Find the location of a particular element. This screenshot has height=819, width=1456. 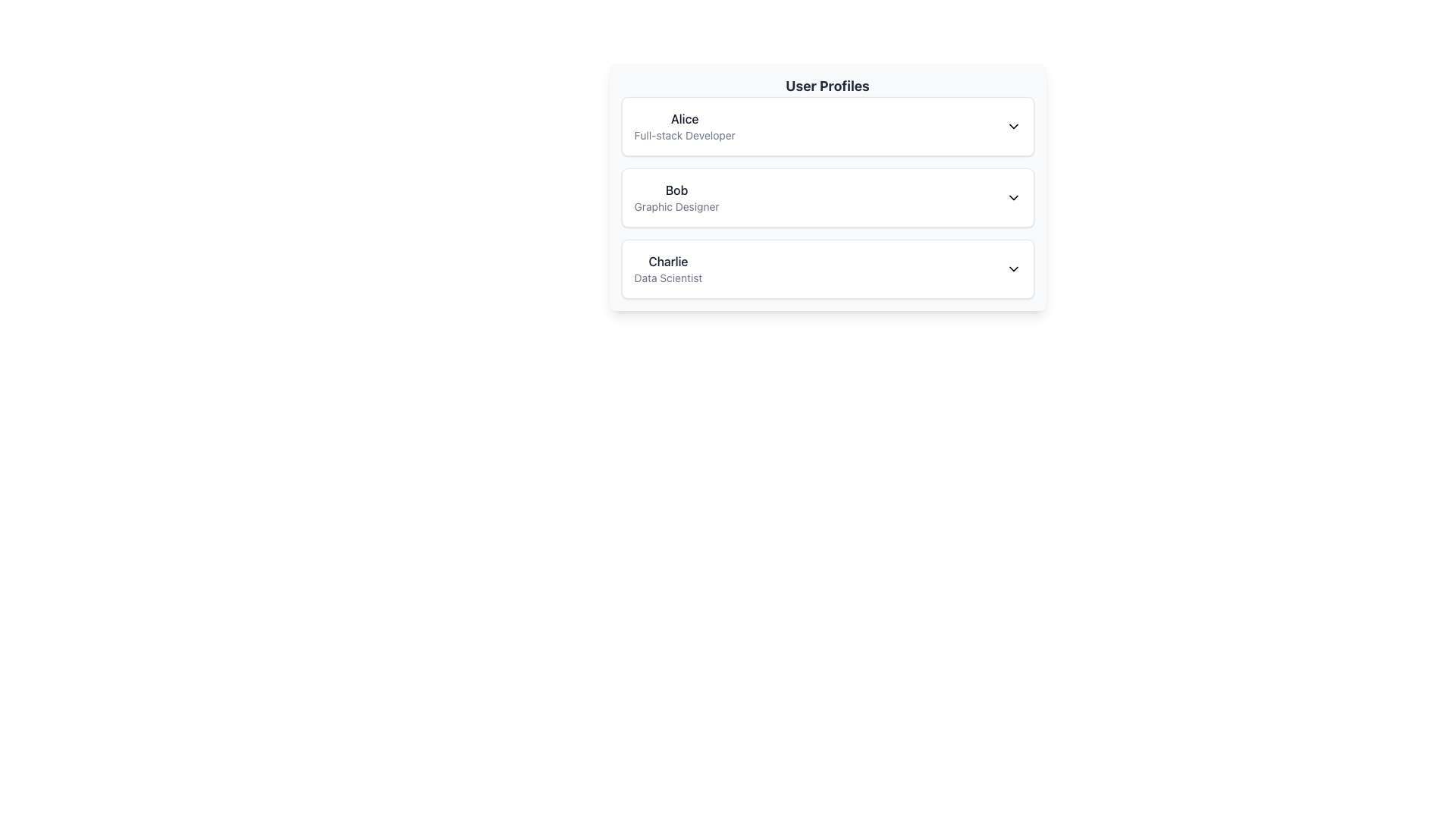

the informational text label providing the job title associated with 'Bob', located beneath his name in the 'User Profiles' card is located at coordinates (676, 207).